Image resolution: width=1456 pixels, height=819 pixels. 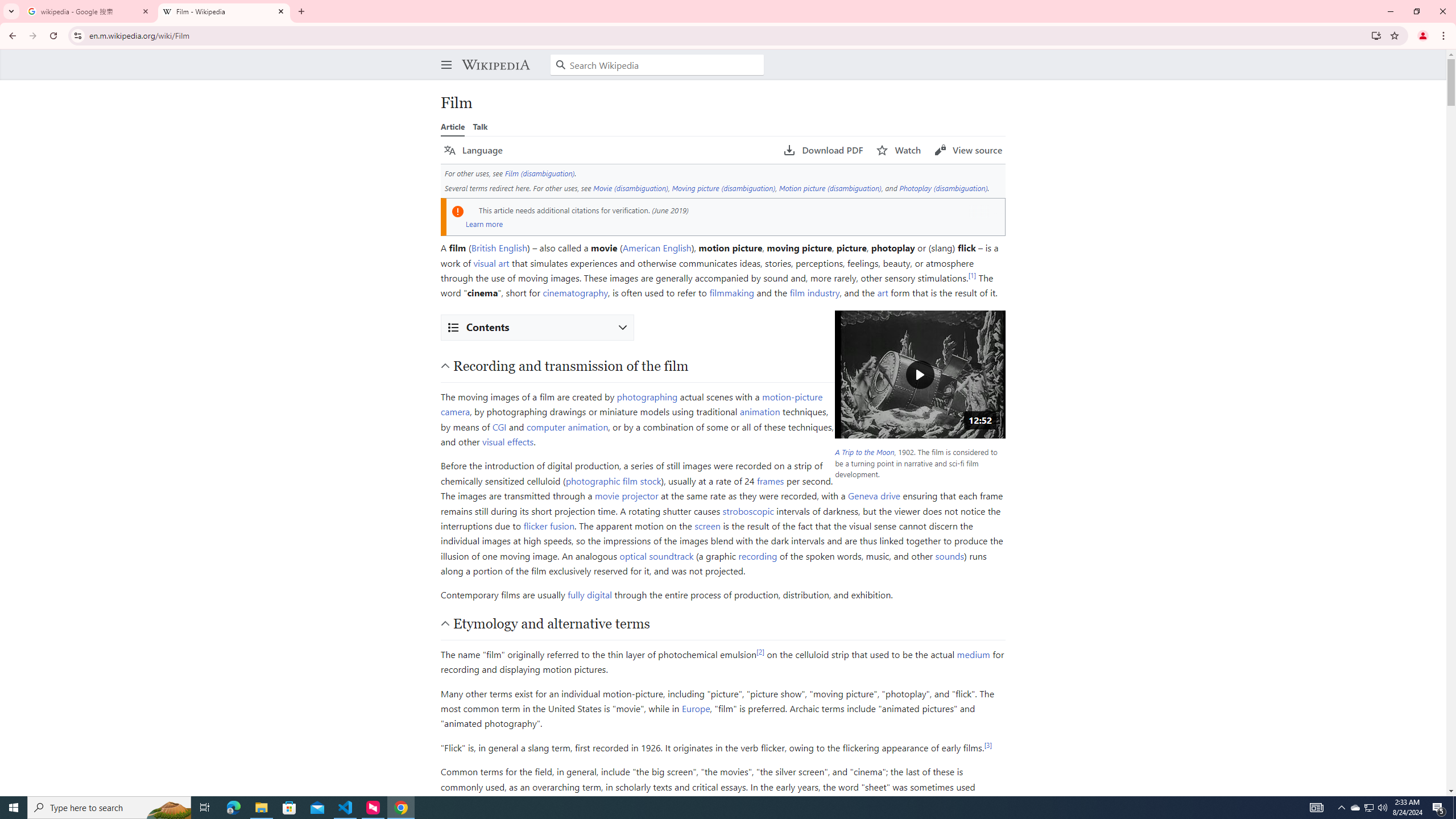 What do you see at coordinates (760, 651) in the screenshot?
I see `'[2]'` at bounding box center [760, 651].